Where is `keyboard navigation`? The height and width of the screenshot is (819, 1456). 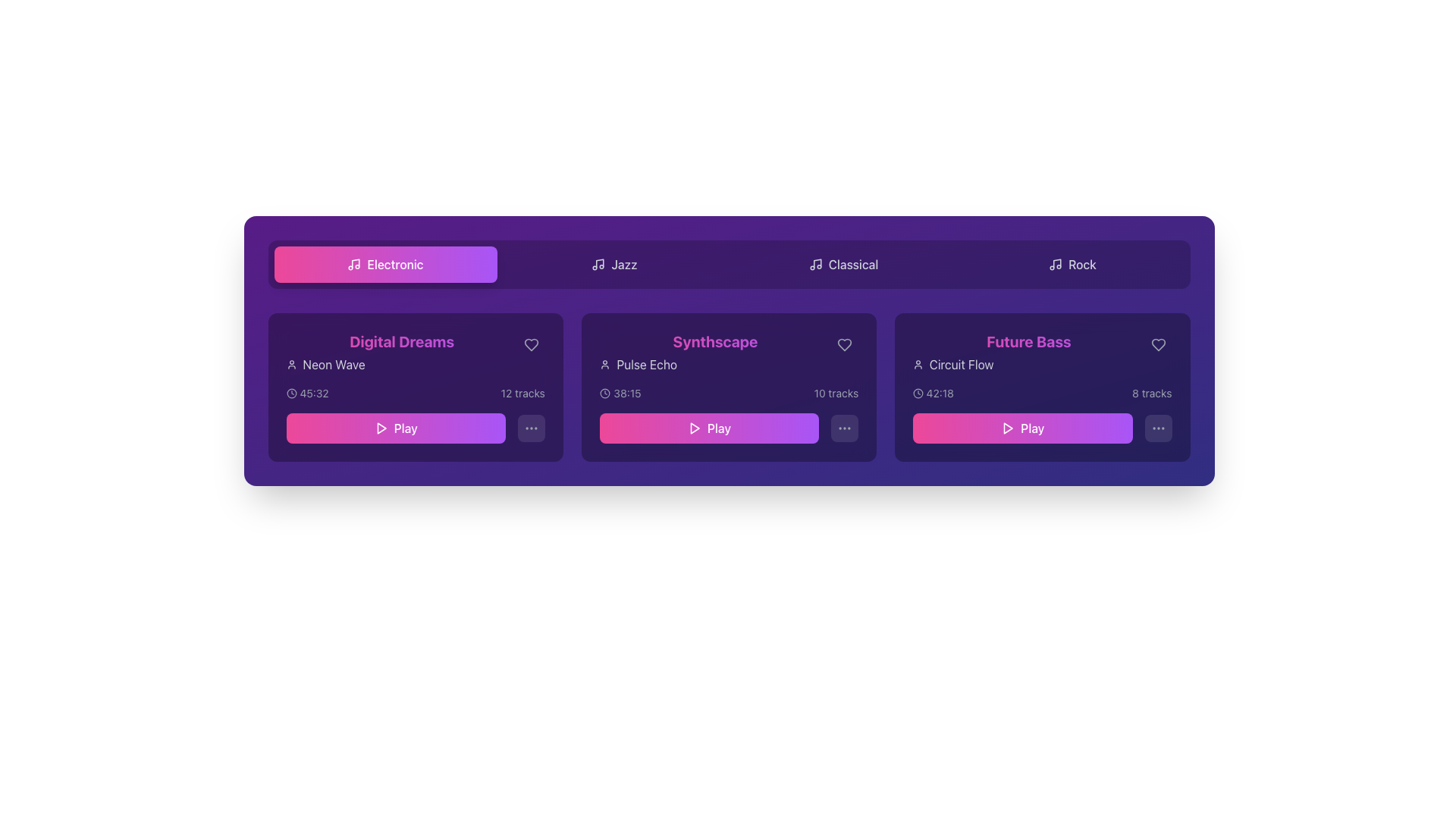 keyboard navigation is located at coordinates (385, 263).